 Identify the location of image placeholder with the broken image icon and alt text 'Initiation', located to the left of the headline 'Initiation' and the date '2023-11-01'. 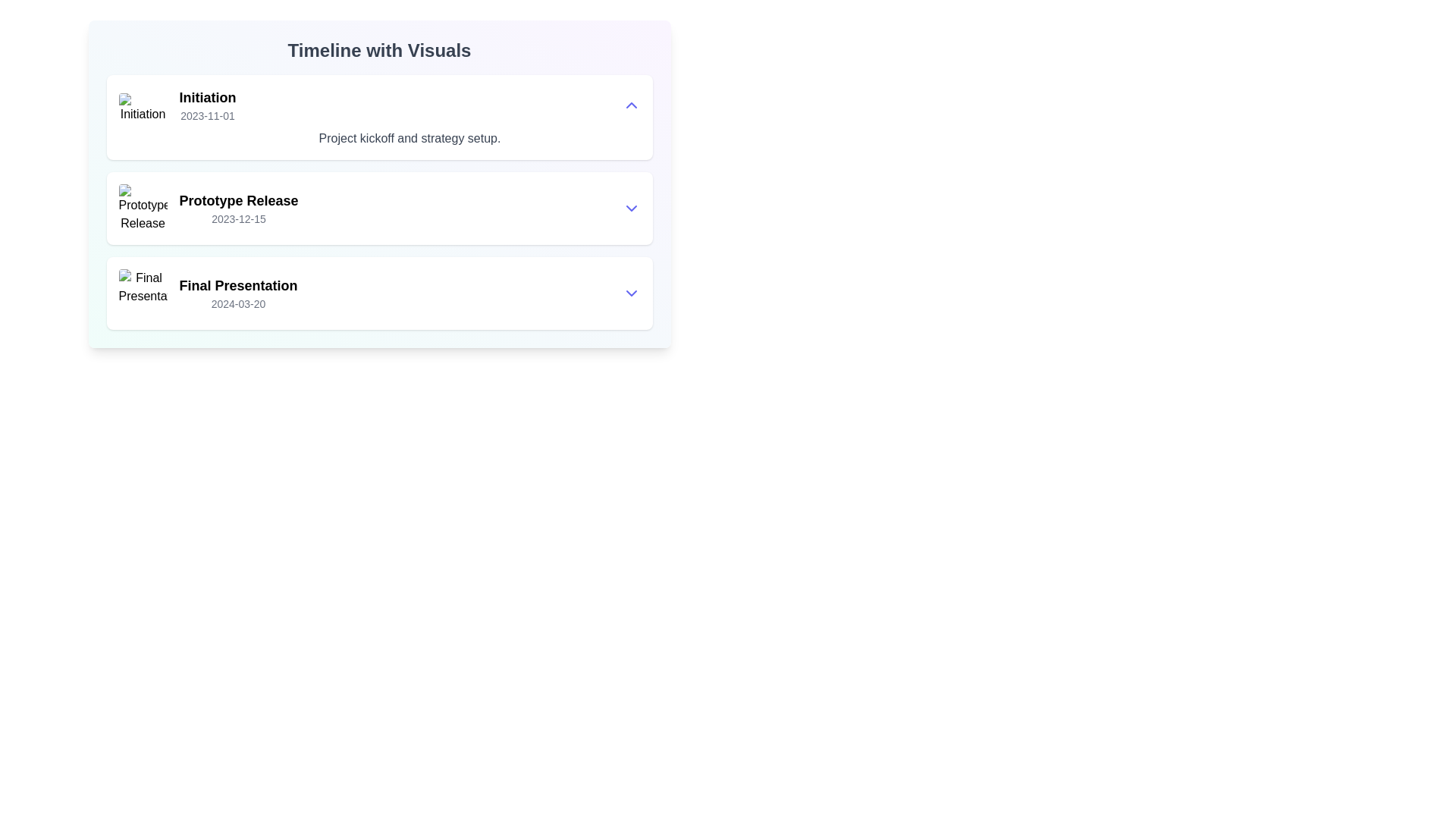
(143, 116).